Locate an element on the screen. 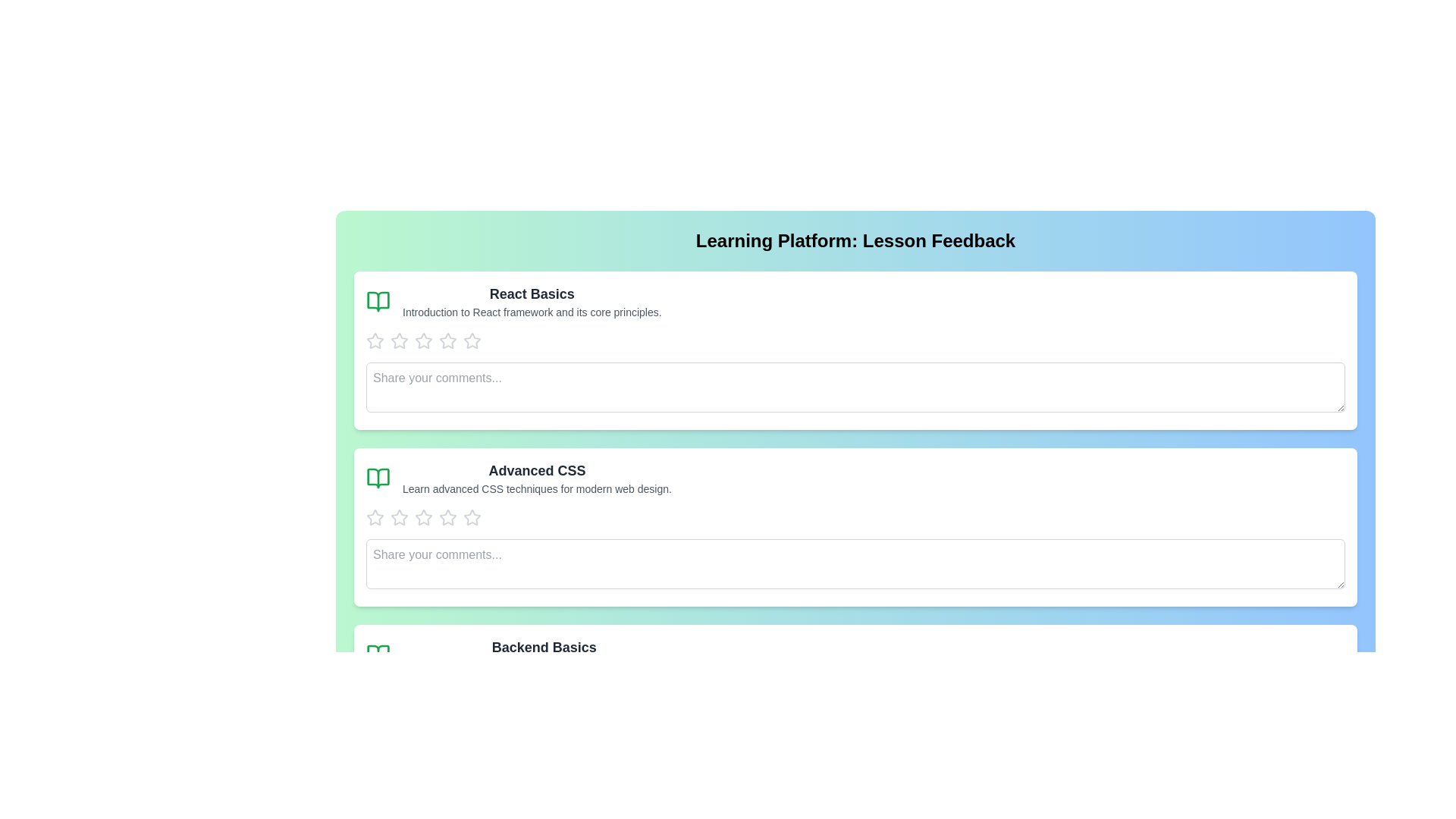 This screenshot has width=1456, height=819. the second star icon in the rating system below the 'Advanced CSS' lesson to assign a rating is located at coordinates (423, 516).